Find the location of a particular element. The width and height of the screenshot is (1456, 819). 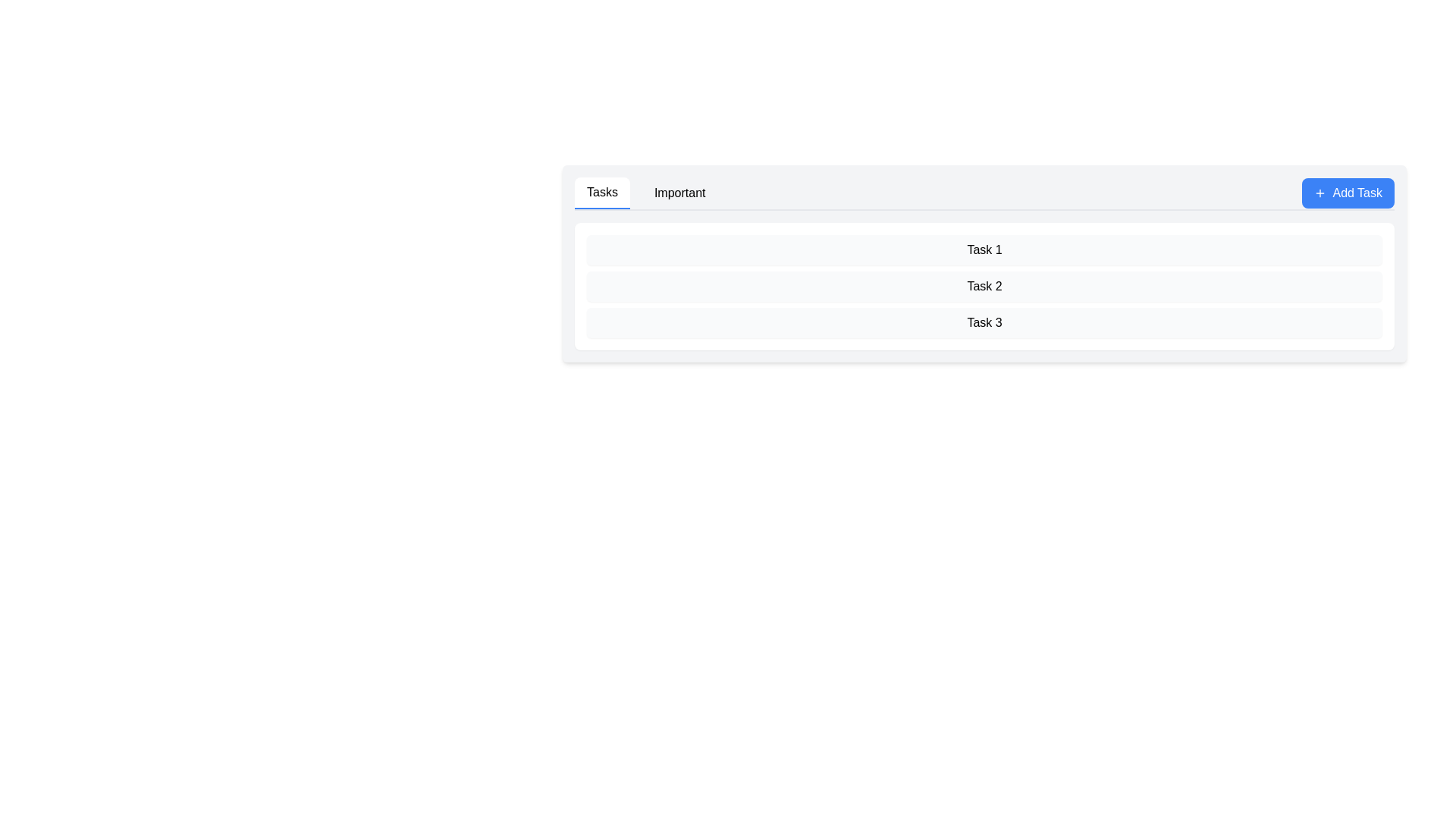

the List Item containing the text 'Task 3' which is the third item in a vertical list with a light gray background and rounded corners is located at coordinates (984, 322).